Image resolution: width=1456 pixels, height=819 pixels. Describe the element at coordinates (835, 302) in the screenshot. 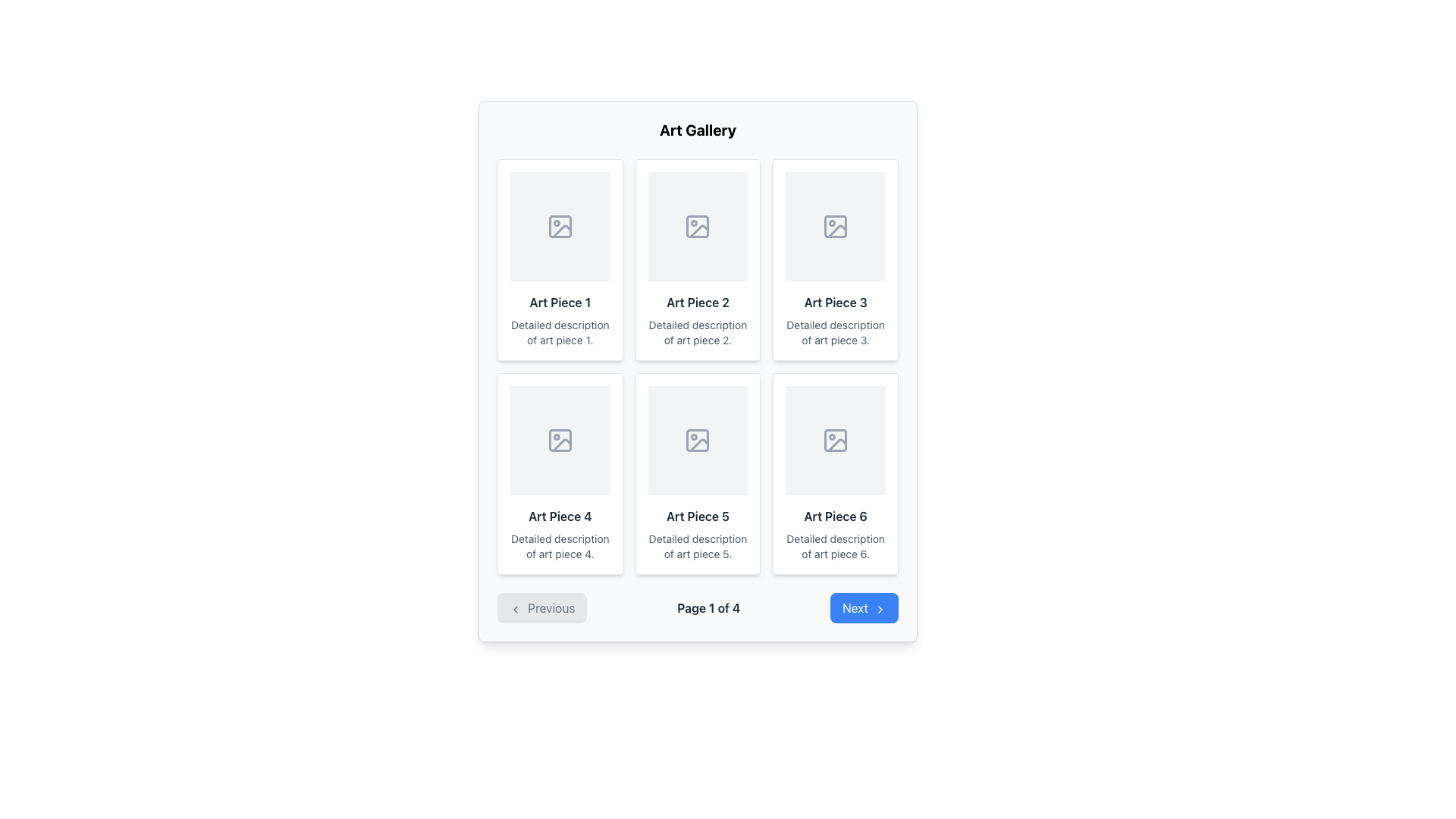

I see `the Text Label that serves as a title or identifier for the associated art piece, located in the third column of a grid layout, centered below an image placeholder and above a description text` at that location.